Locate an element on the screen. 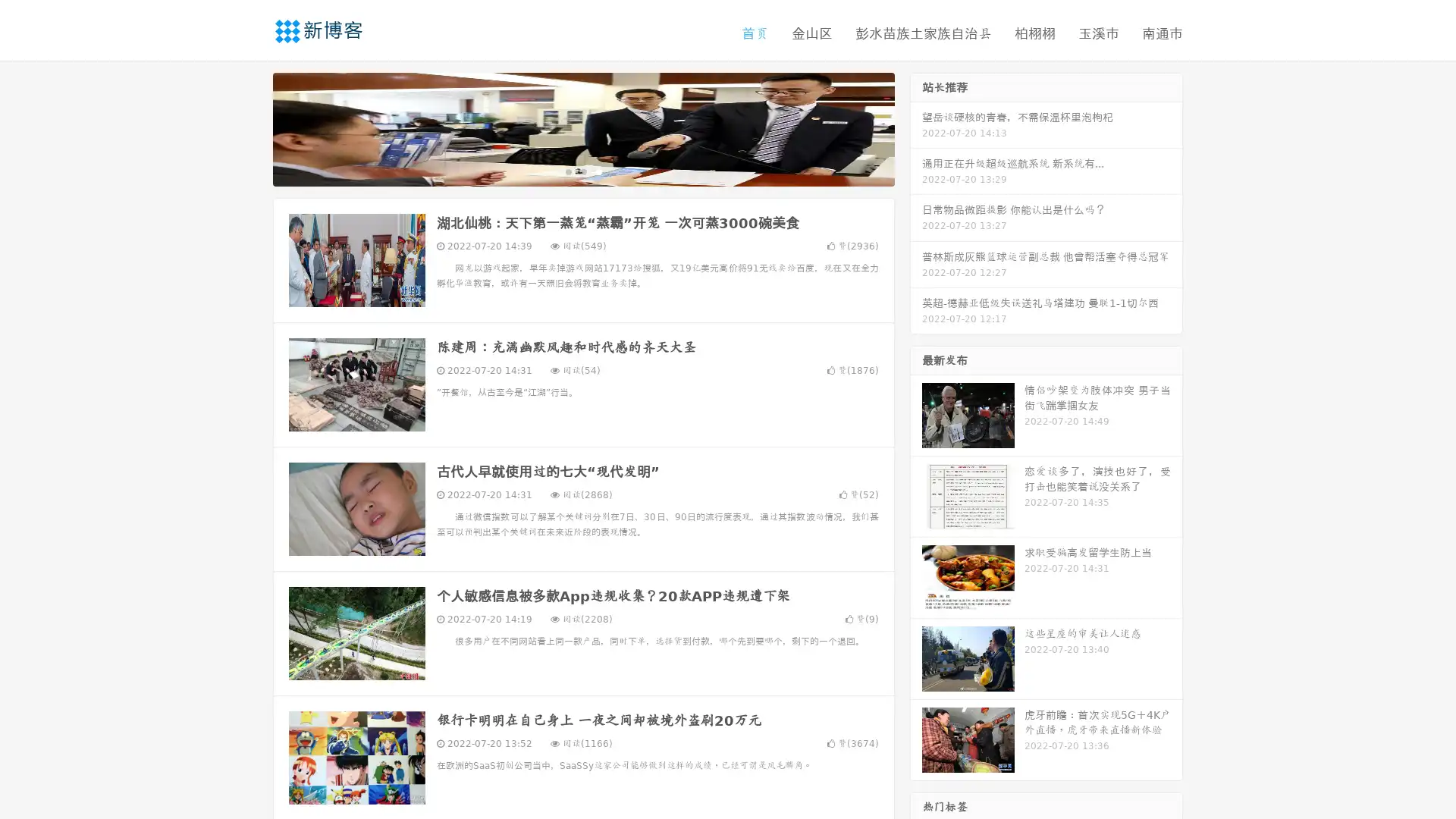 This screenshot has width=1456, height=819. Go to slide 3 is located at coordinates (598, 171).